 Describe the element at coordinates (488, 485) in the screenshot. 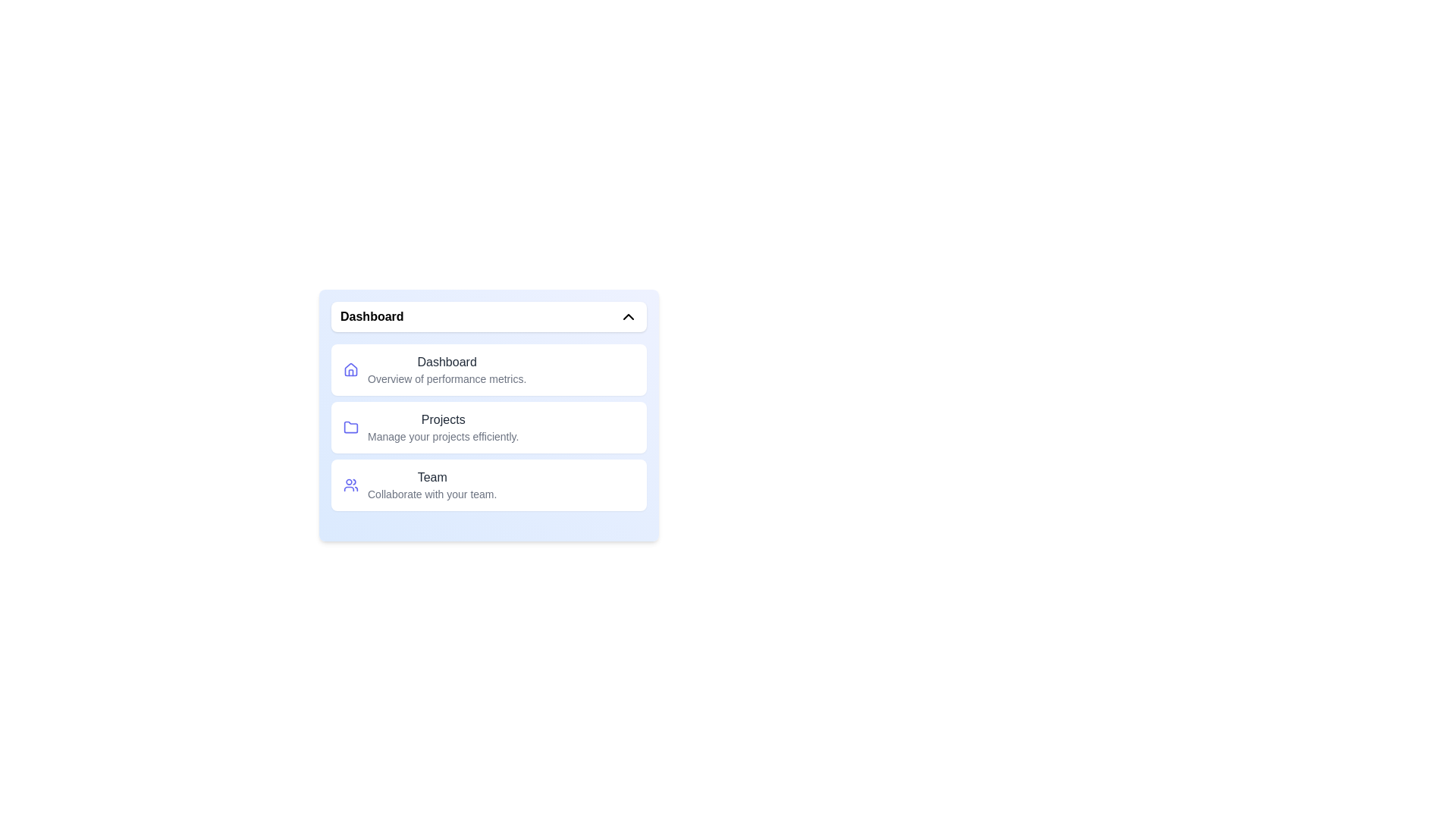

I see `the menu option Team from the dropdown` at that location.